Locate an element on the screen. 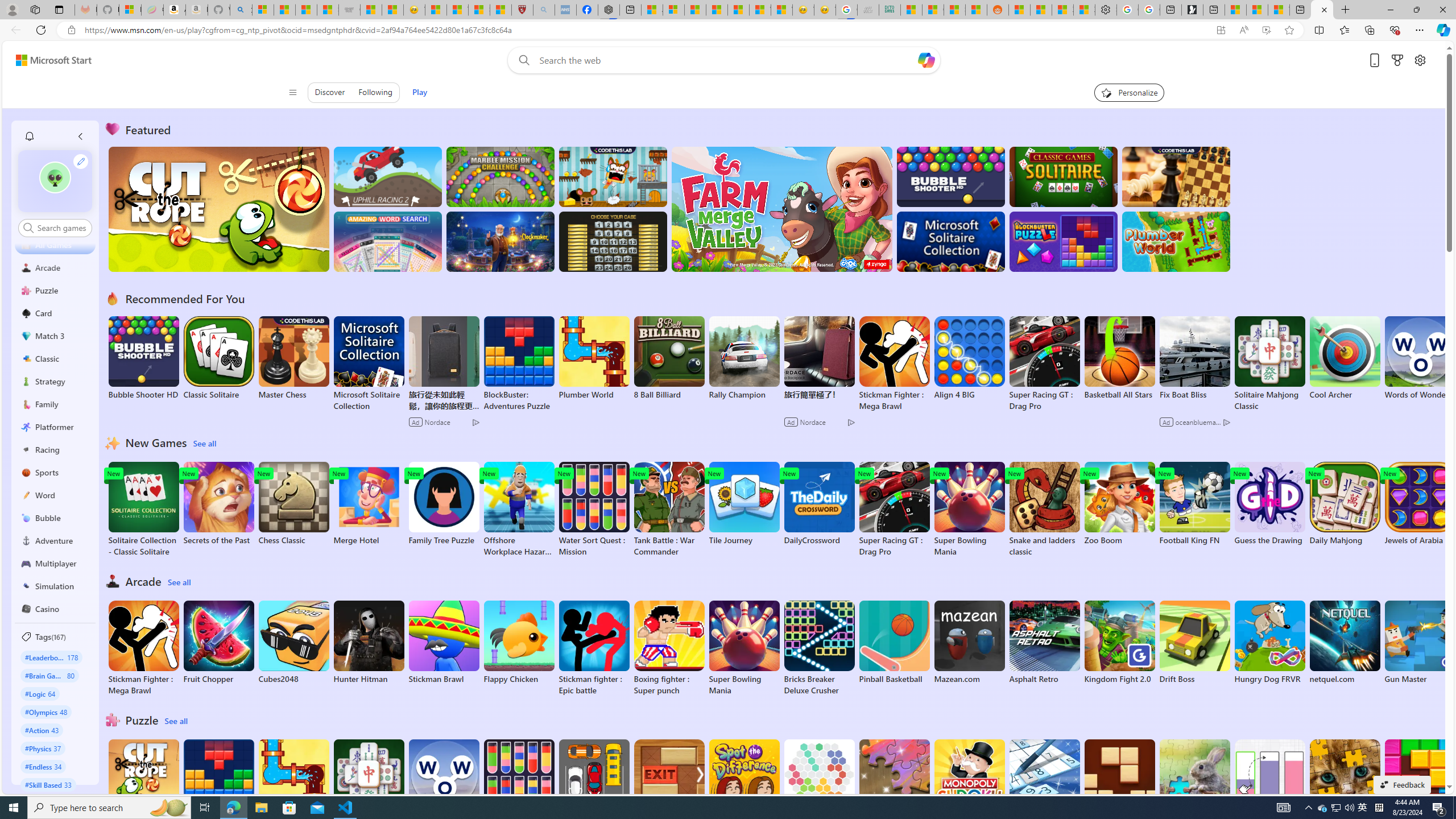  '""' is located at coordinates (55, 177).